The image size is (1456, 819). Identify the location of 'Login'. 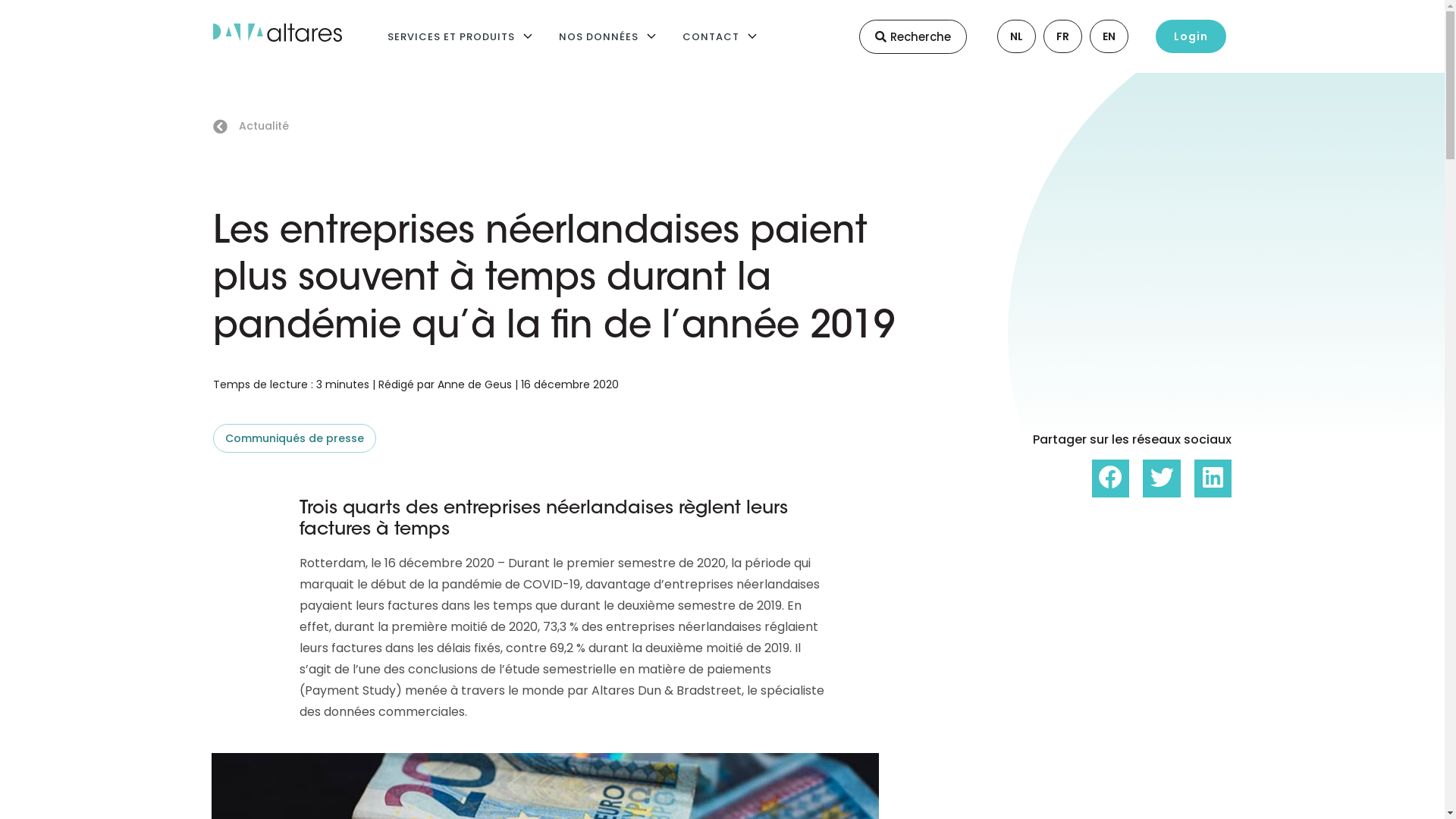
(1190, 35).